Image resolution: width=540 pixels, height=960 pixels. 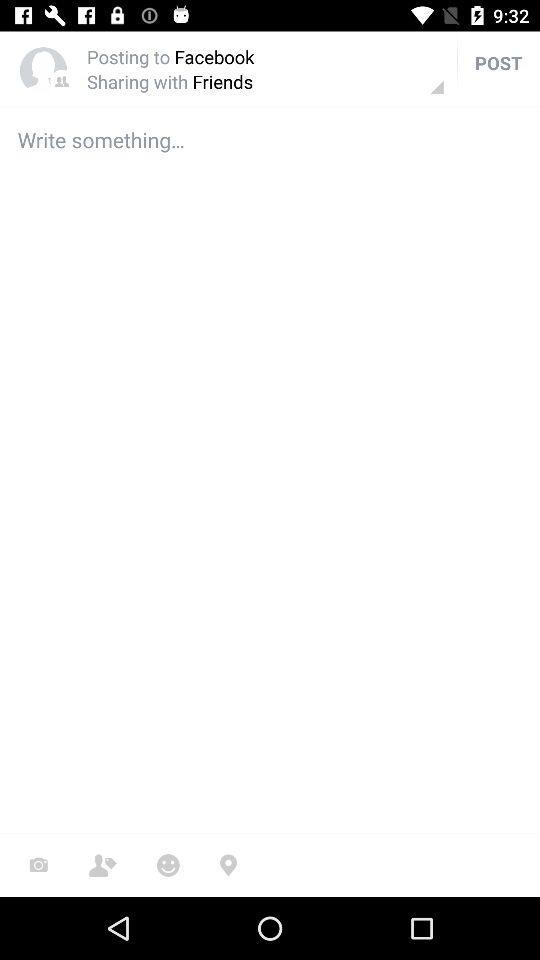 I want to click on the location icon, so click(x=227, y=864).